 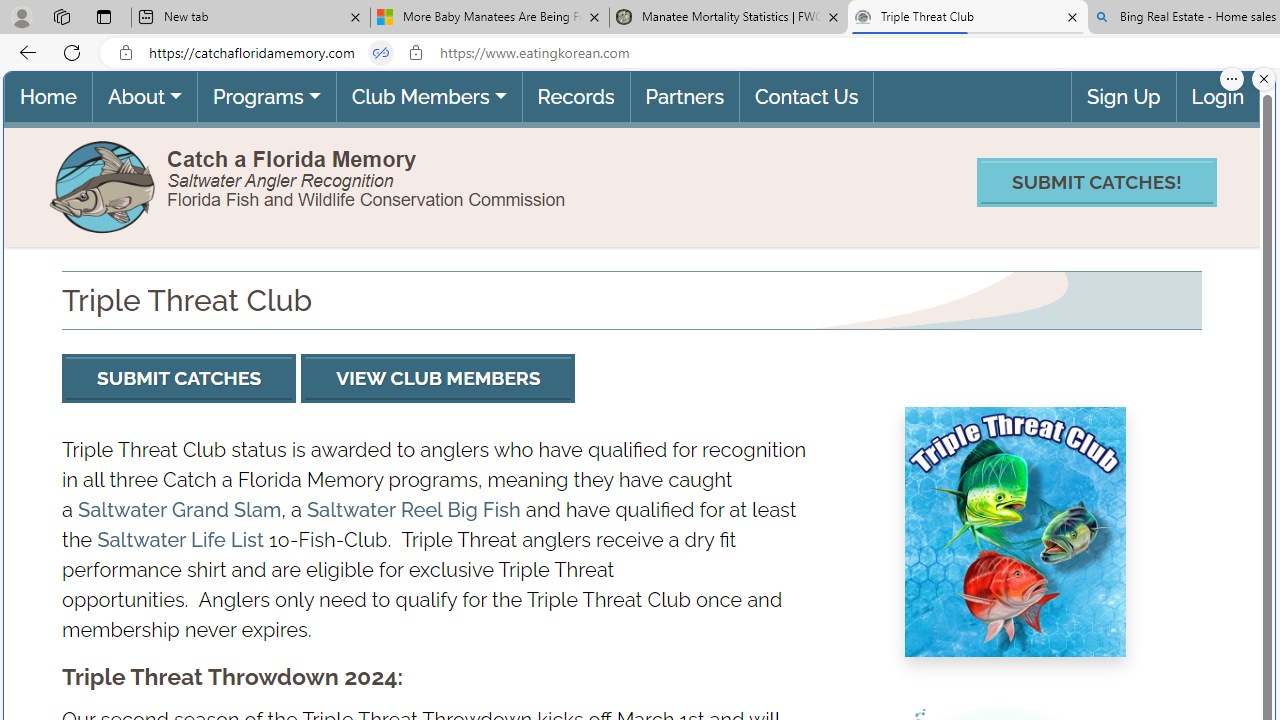 What do you see at coordinates (1231, 78) in the screenshot?
I see `'More options.'` at bounding box center [1231, 78].